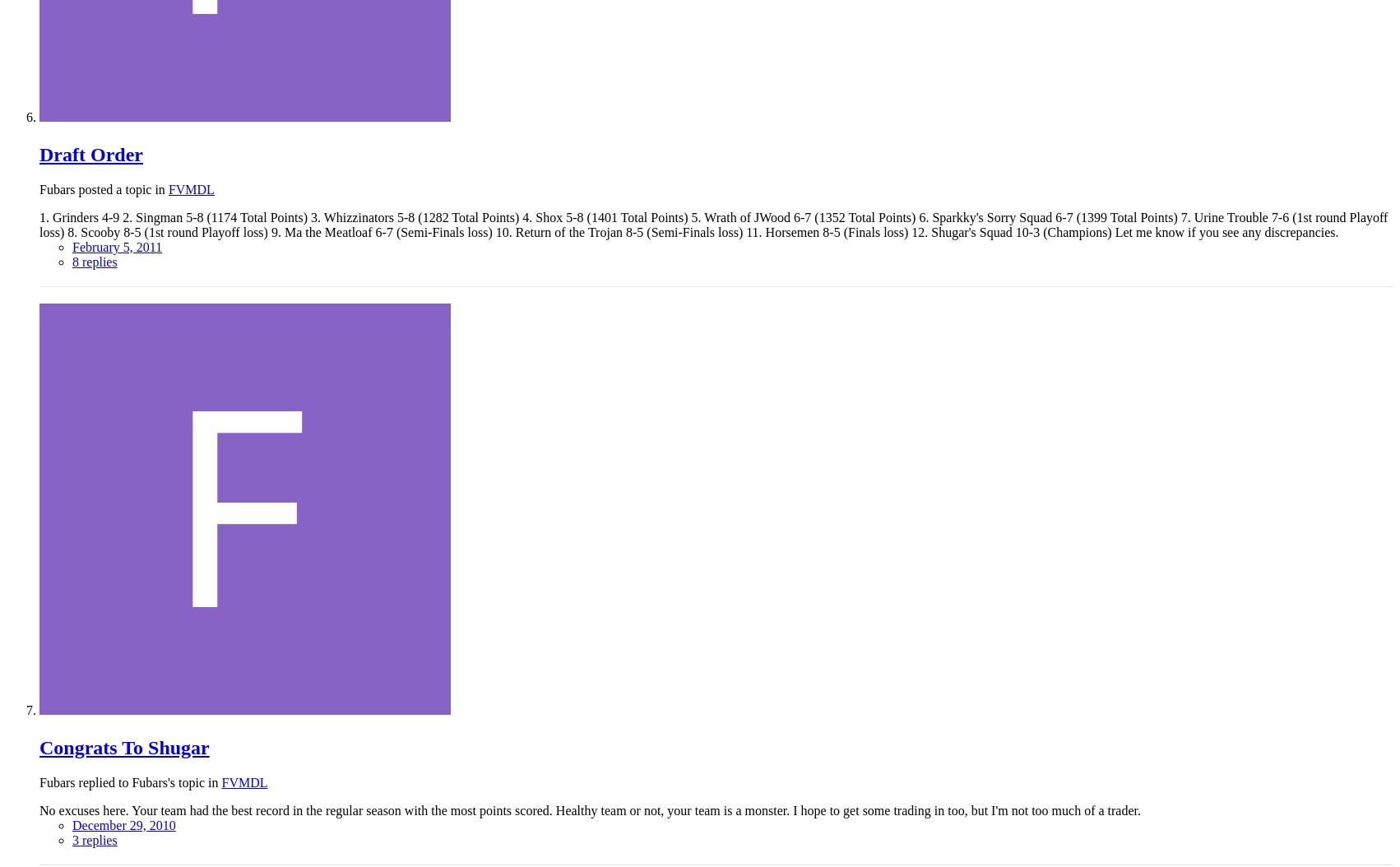  I want to click on 'Congrats To Shugar', so click(39, 746).